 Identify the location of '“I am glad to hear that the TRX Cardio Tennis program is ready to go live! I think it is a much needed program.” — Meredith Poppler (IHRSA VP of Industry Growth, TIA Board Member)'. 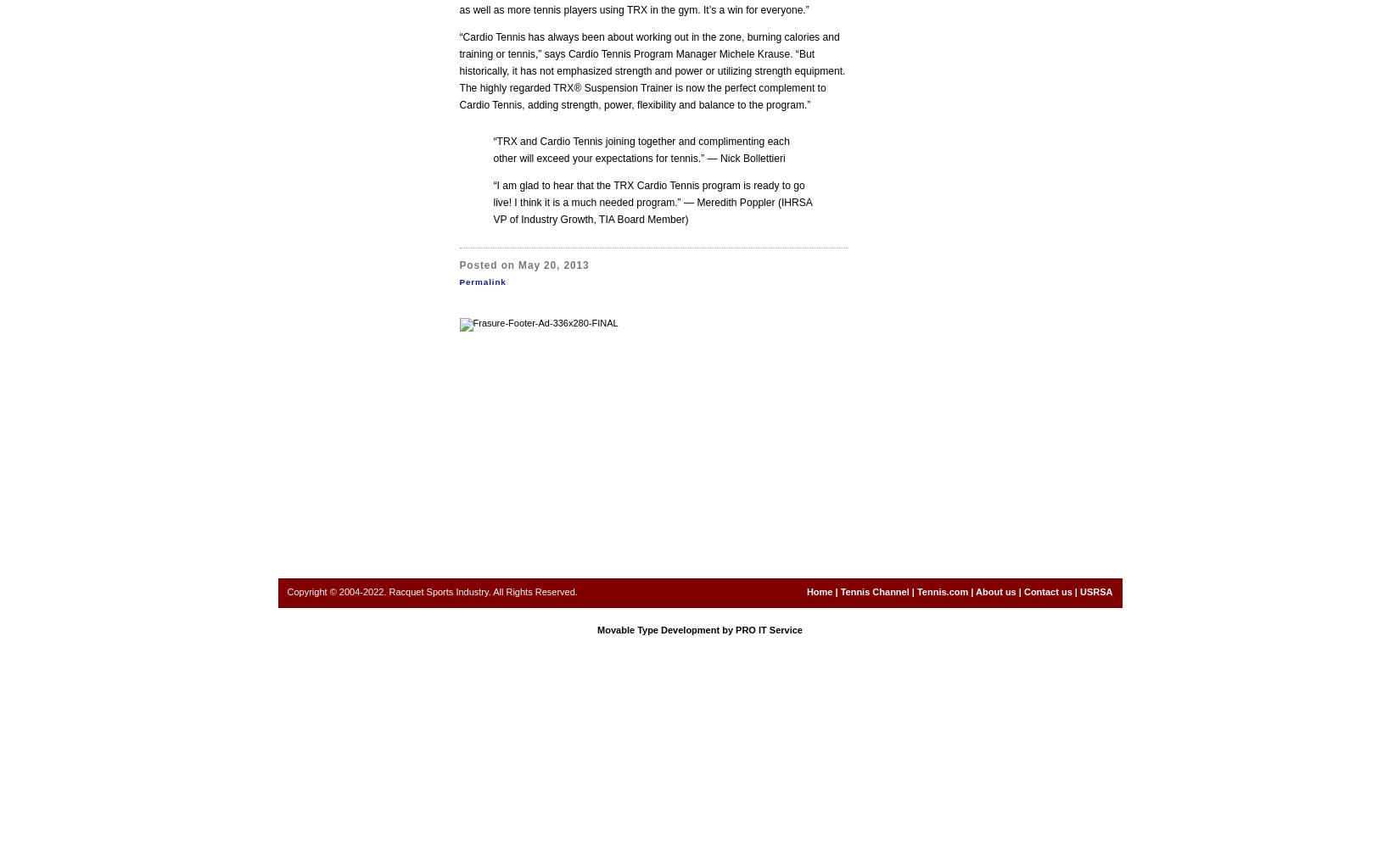
(491, 202).